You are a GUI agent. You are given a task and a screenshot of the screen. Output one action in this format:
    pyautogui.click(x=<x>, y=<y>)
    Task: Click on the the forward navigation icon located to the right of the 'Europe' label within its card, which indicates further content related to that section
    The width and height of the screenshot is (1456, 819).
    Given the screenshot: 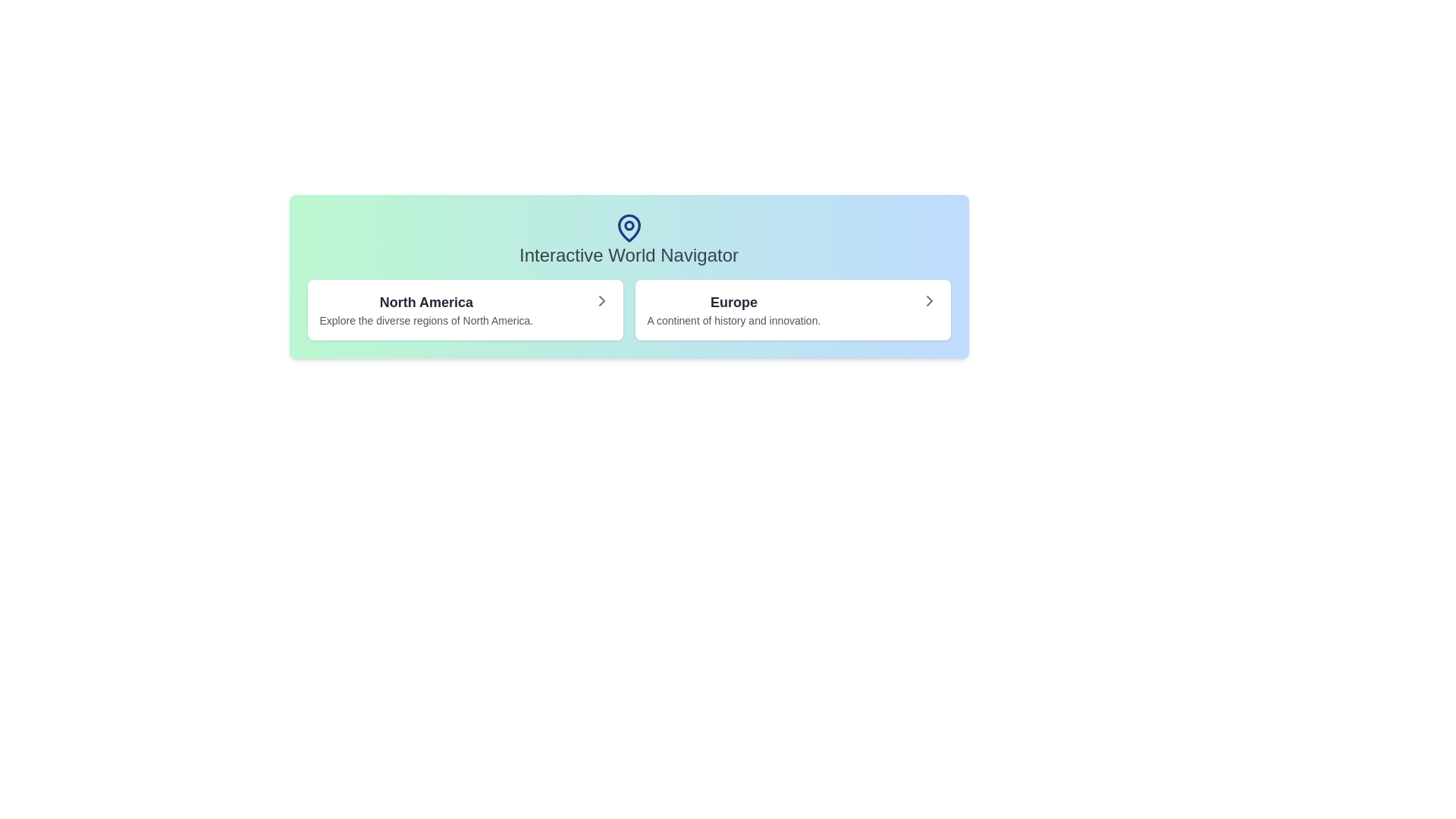 What is the action you would take?
    pyautogui.click(x=928, y=301)
    